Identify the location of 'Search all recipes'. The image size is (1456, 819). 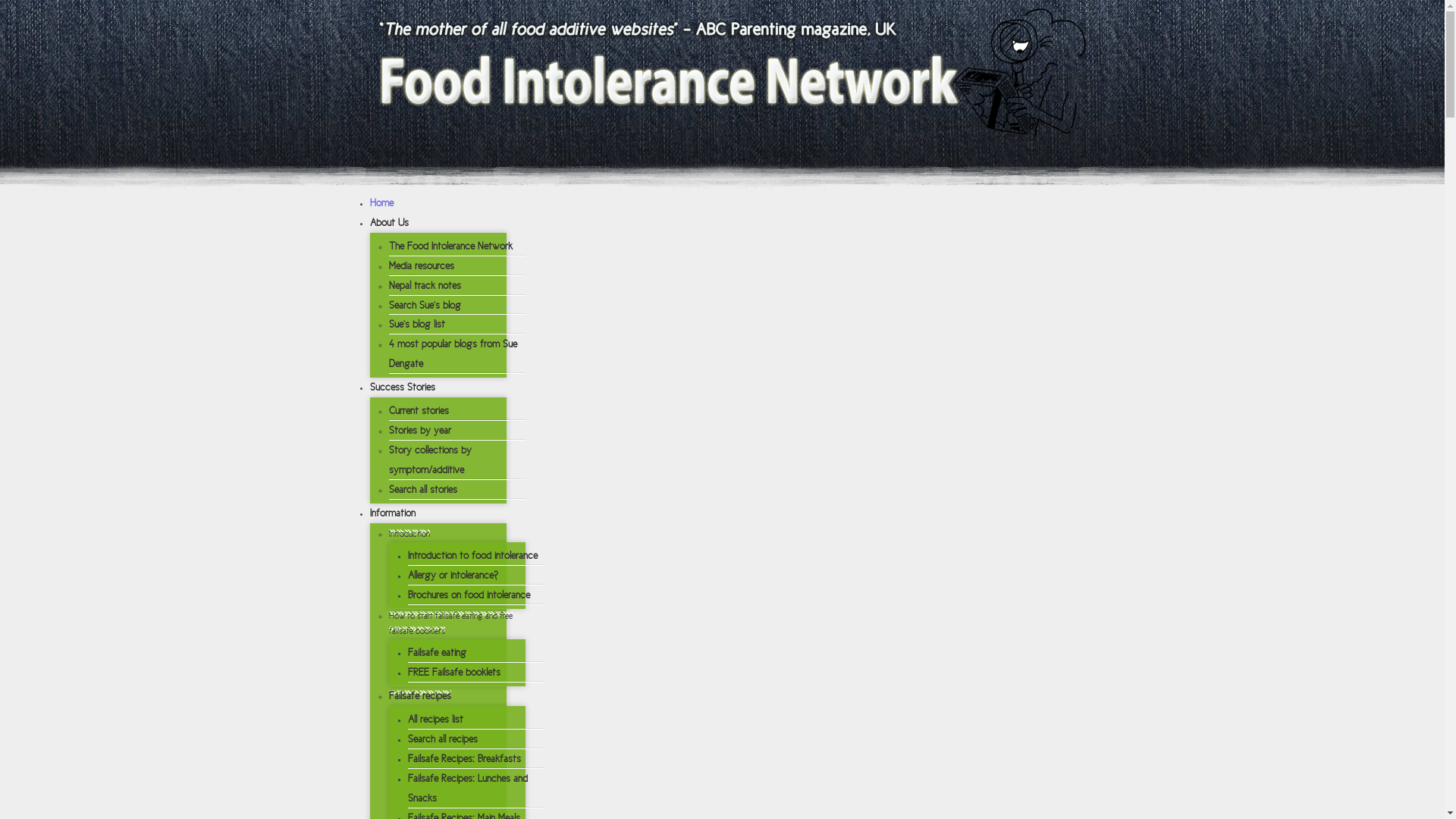
(442, 738).